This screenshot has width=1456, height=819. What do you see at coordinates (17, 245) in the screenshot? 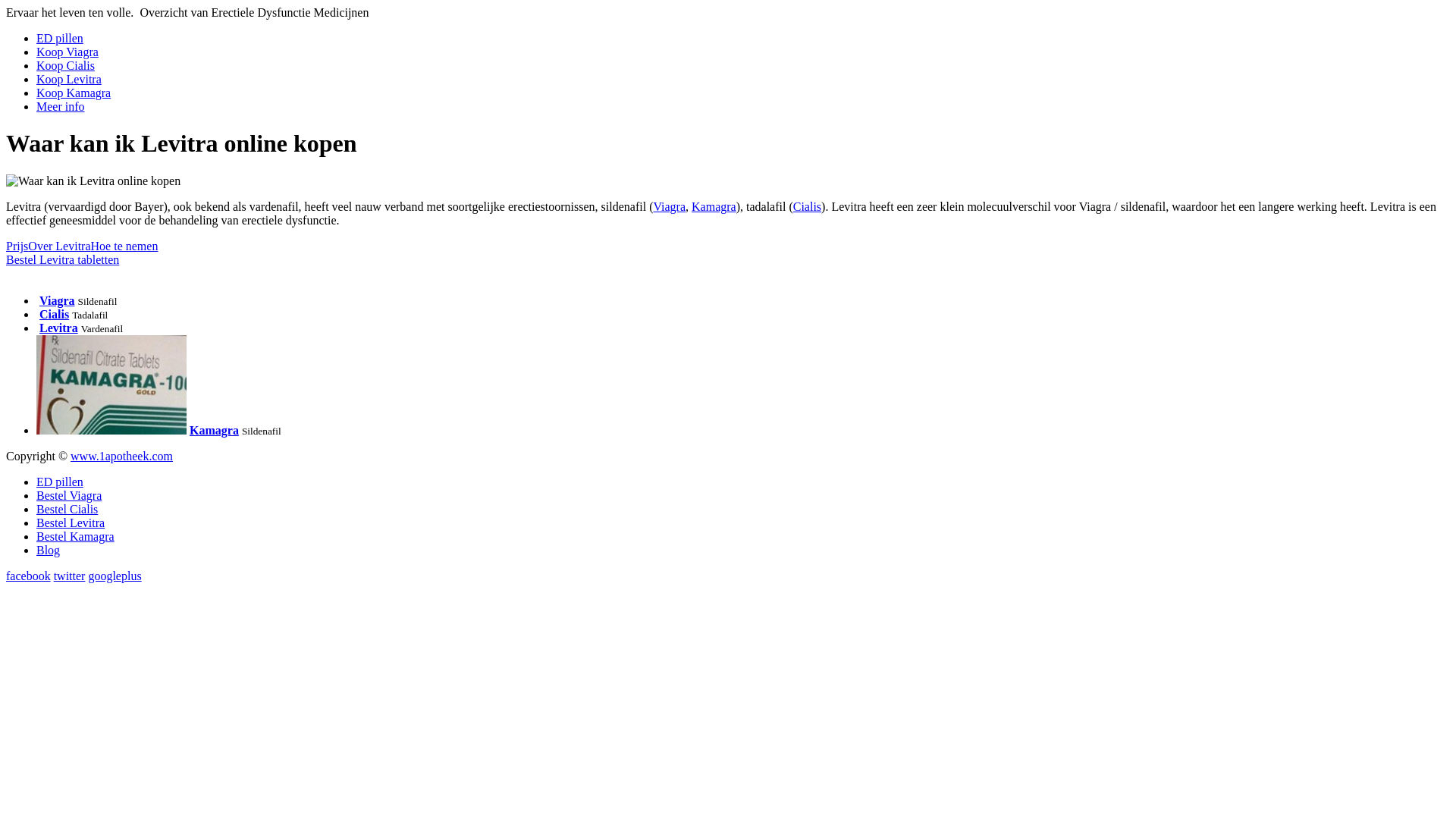
I see `'Prijs'` at bounding box center [17, 245].